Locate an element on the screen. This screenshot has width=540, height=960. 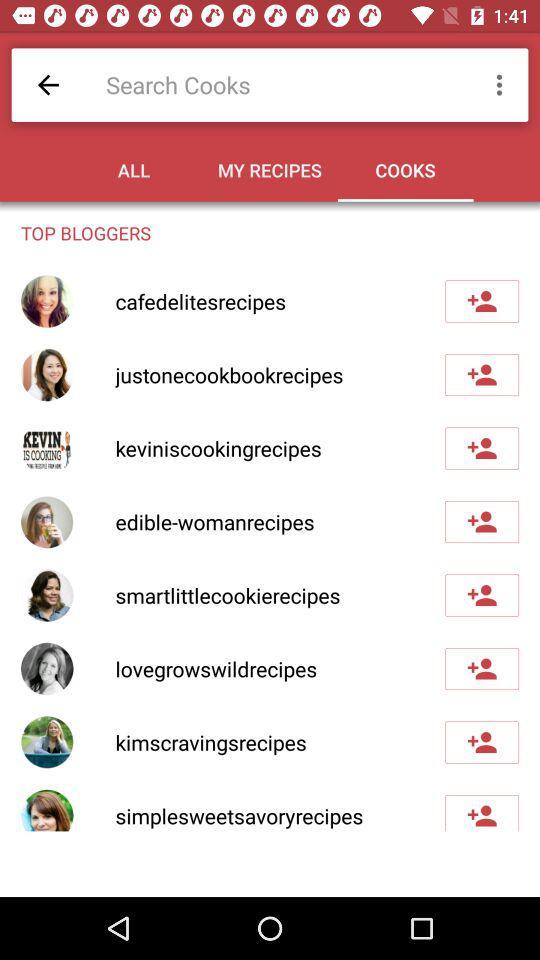
user to your list is located at coordinates (481, 741).